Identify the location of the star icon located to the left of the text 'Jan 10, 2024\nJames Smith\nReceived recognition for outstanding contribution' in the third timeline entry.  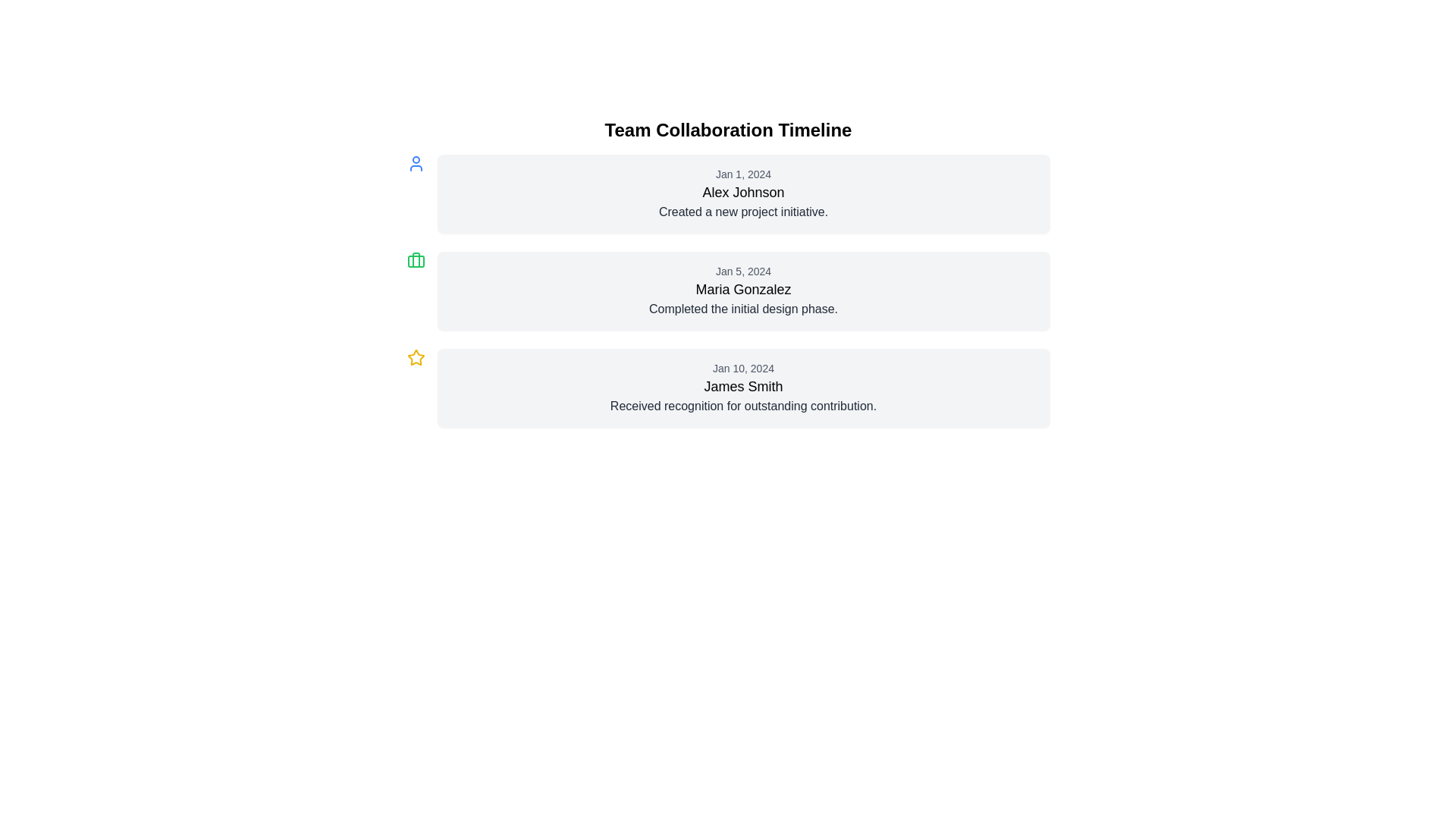
(416, 357).